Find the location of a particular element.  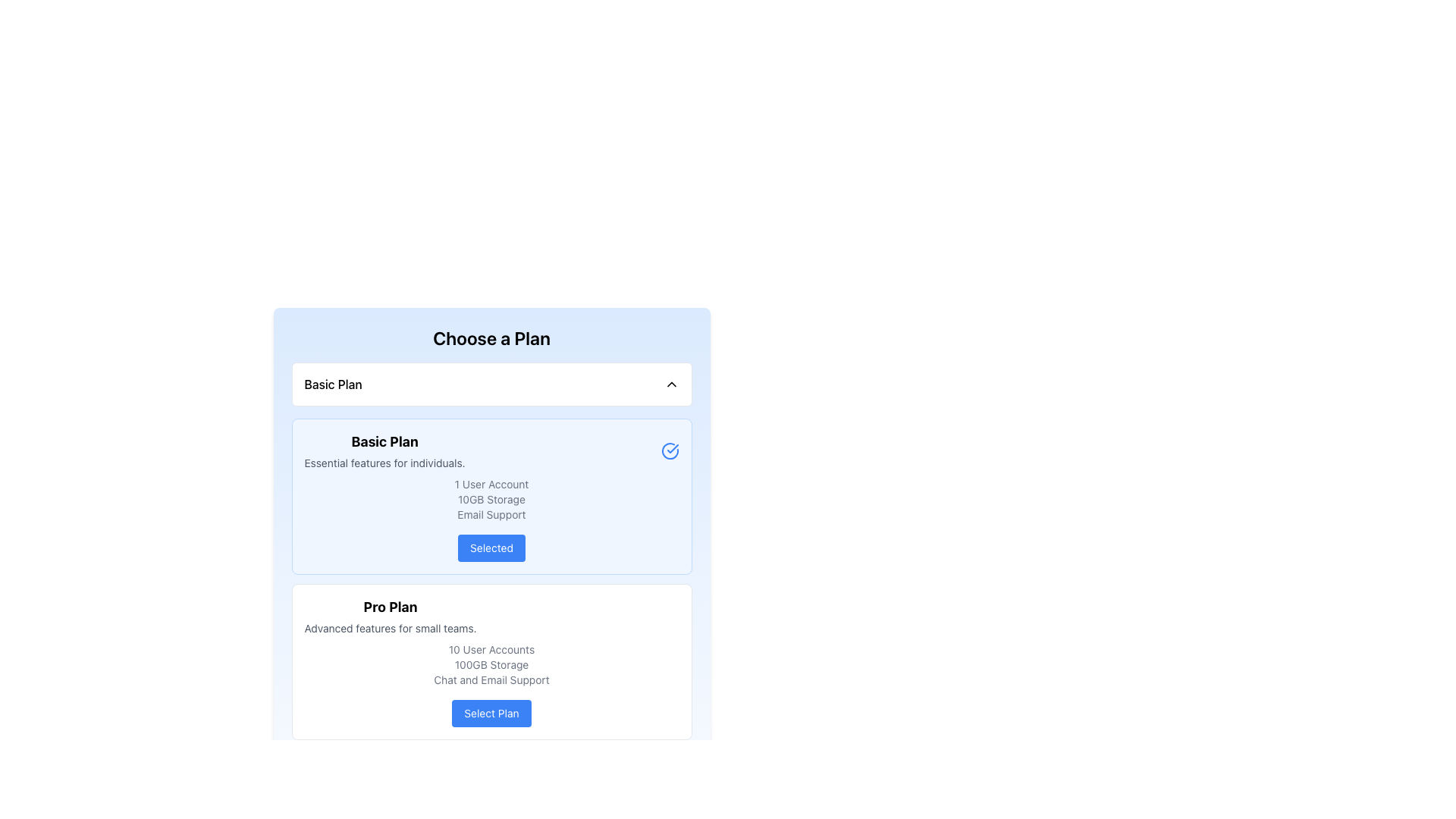

the third content block displaying key features of the 'Pro Plan' subscription option, located below 'Advanced features for small teams' and above the 'Select Plan' button is located at coordinates (491, 664).